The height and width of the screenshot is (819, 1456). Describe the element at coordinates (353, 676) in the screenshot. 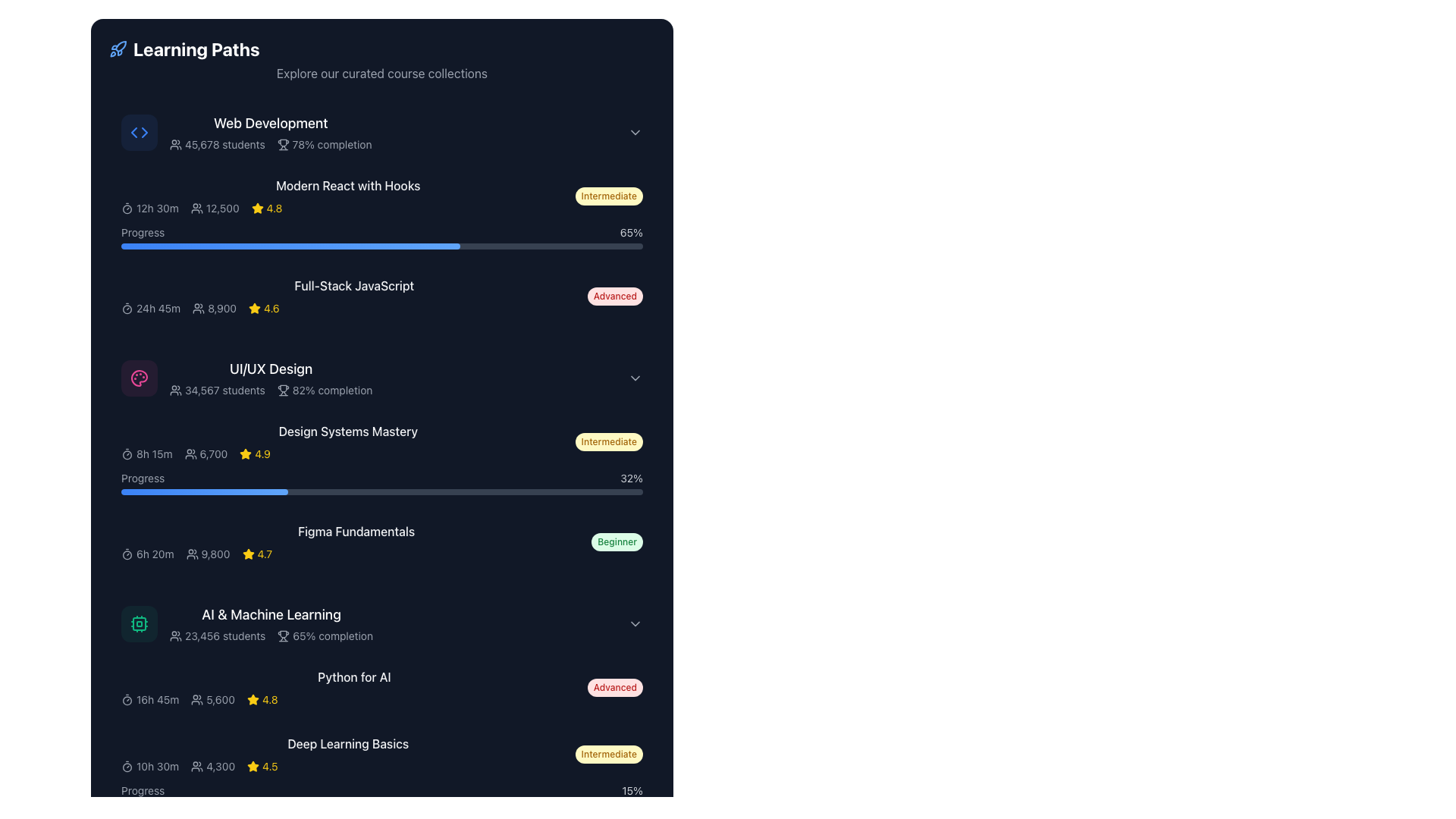

I see `the 'Python for AI' text element located in the 'AI & Machine Learning' section, which is displayed in a medium-sized light gray font against a dark background, if it becomes interactive` at that location.